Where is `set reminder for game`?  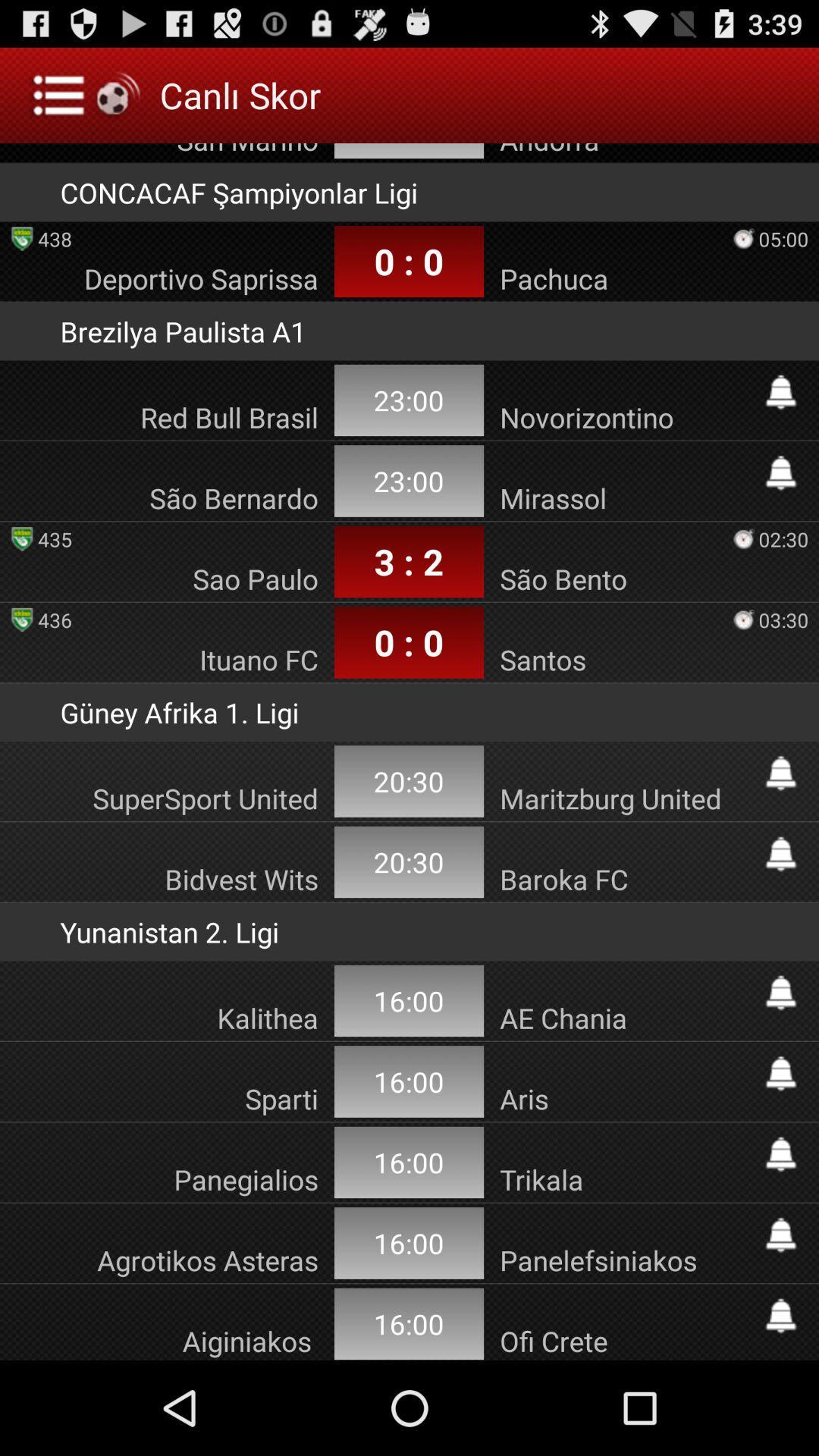 set reminder for game is located at coordinates (780, 1073).